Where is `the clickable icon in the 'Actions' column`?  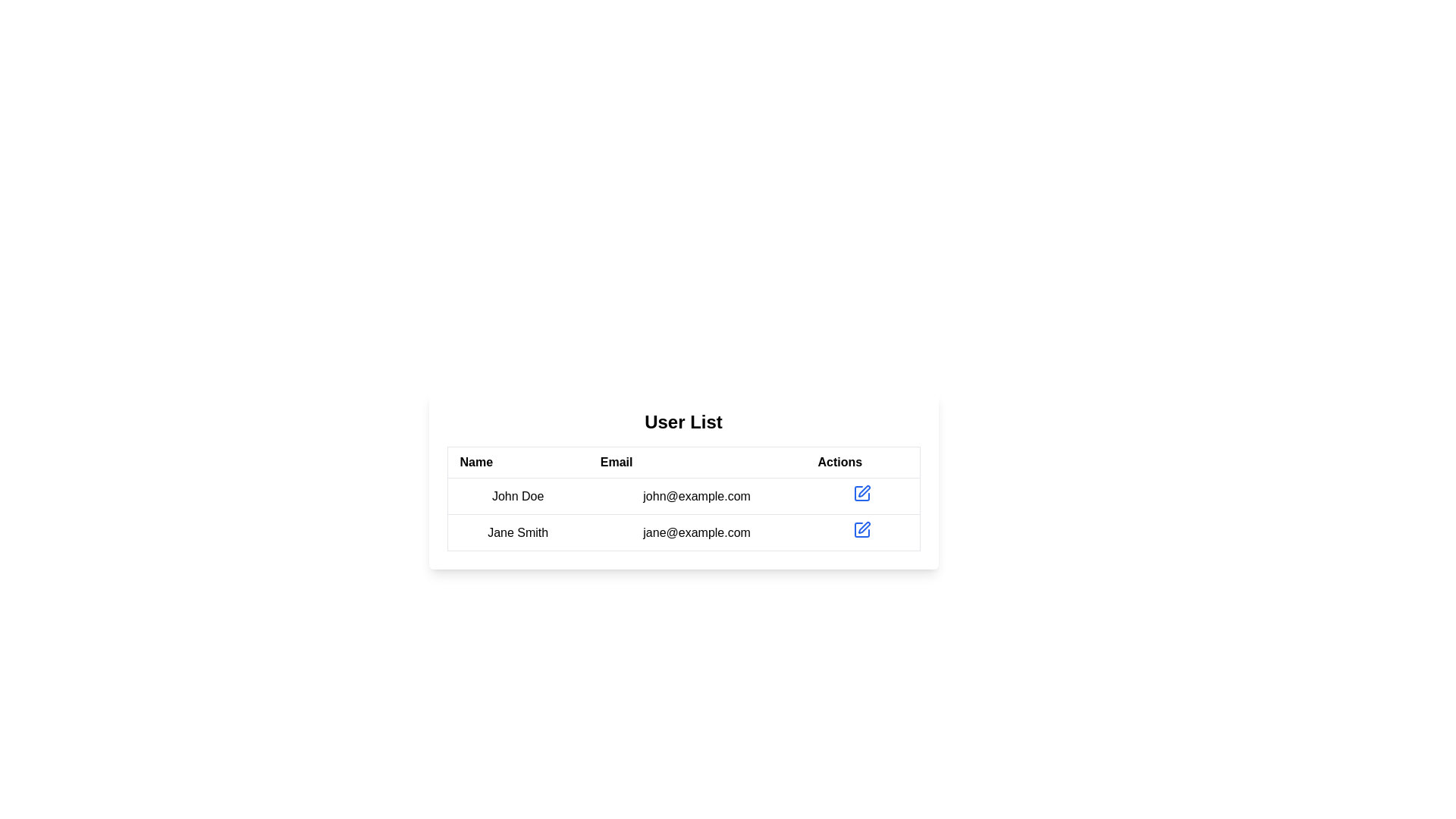 the clickable icon in the 'Actions' column is located at coordinates (862, 529).